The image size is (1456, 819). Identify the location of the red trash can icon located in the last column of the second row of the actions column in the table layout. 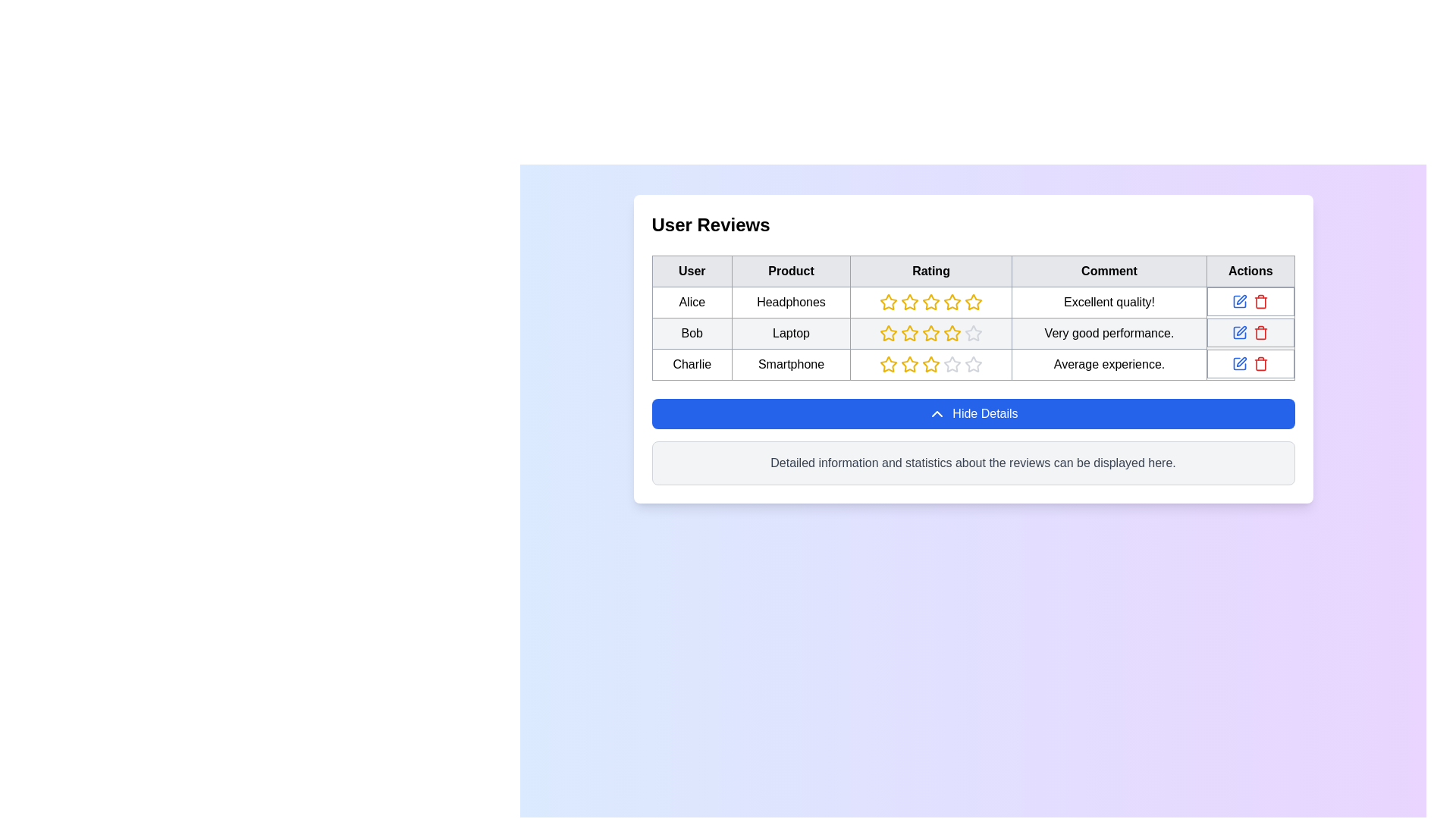
(1261, 331).